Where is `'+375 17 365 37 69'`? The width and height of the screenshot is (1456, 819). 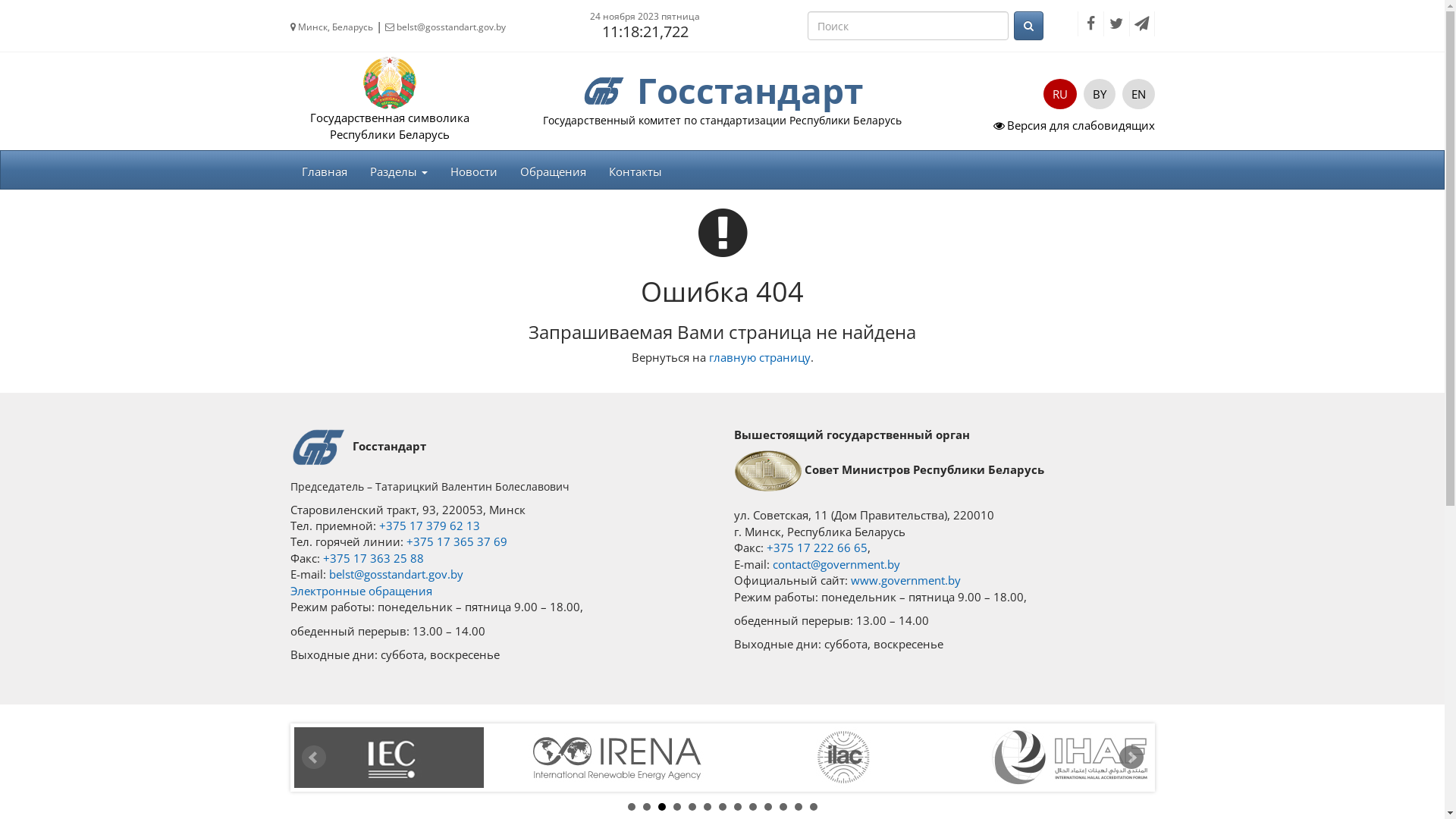
'+375 17 365 37 69' is located at coordinates (406, 540).